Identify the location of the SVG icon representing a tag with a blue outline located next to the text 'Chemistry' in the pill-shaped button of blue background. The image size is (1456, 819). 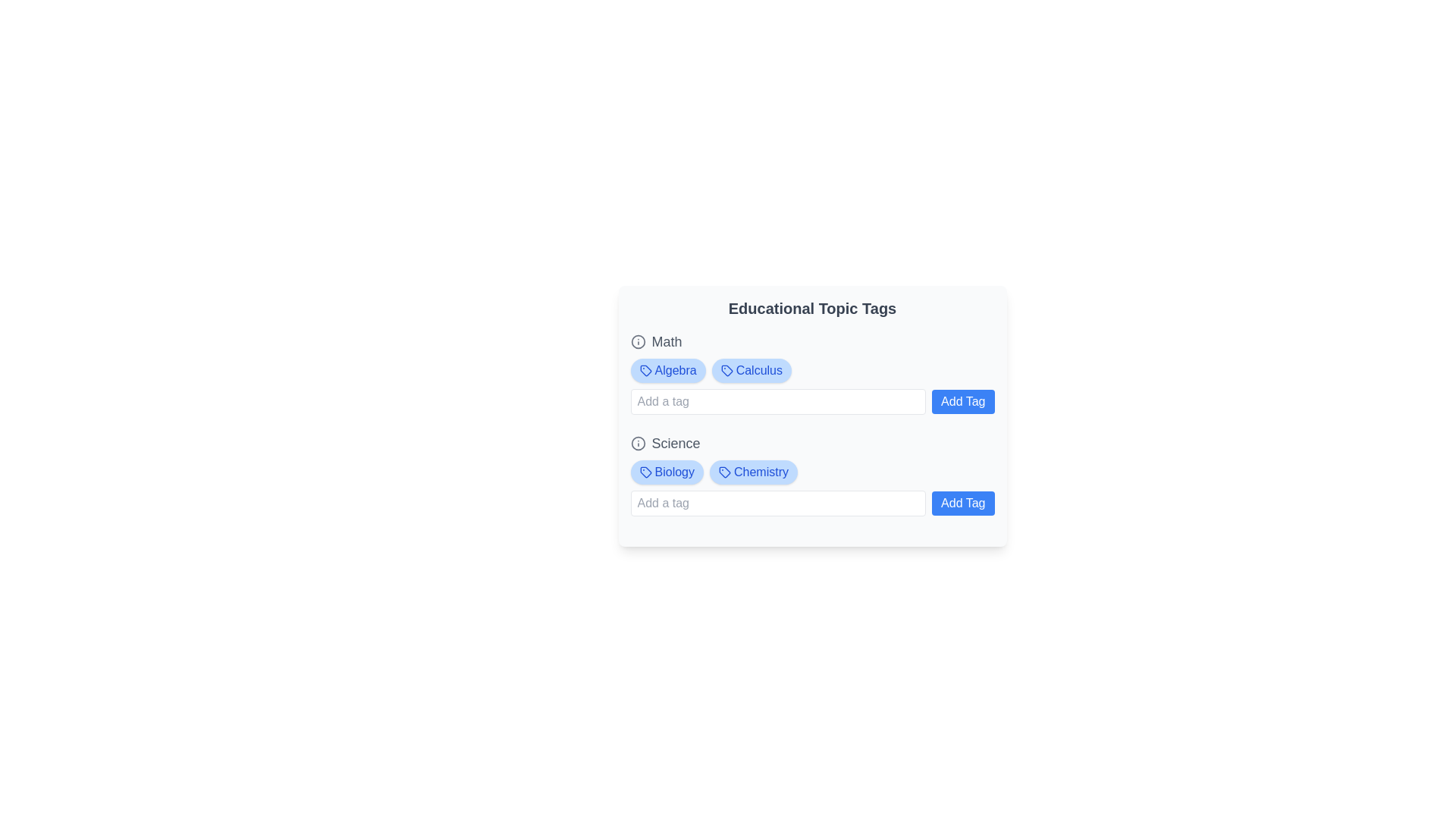
(723, 472).